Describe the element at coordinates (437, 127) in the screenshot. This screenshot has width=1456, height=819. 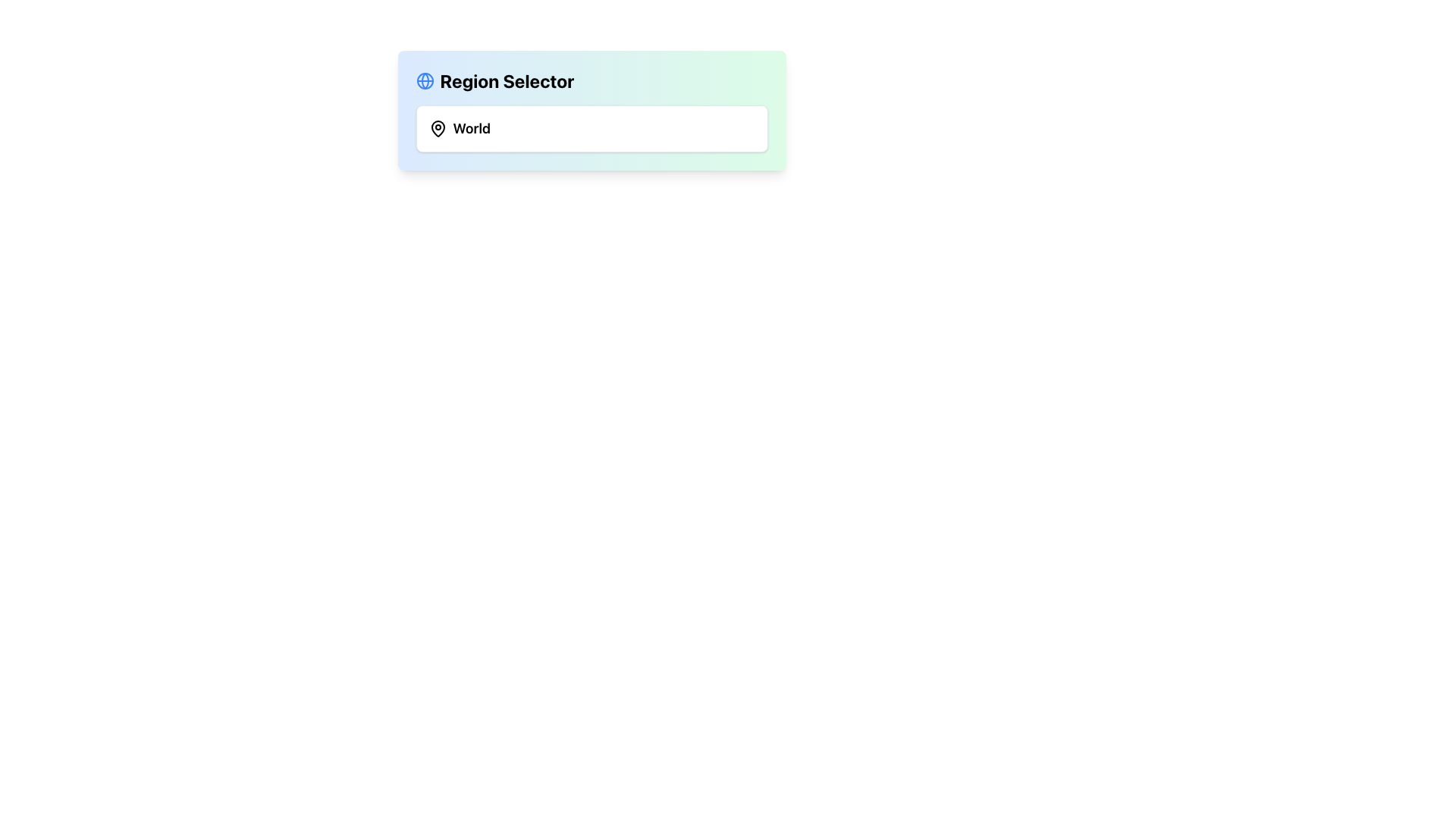
I see `the black outlined map pin icon located to the left of the text 'World' in the 'Region Selector' interface` at that location.